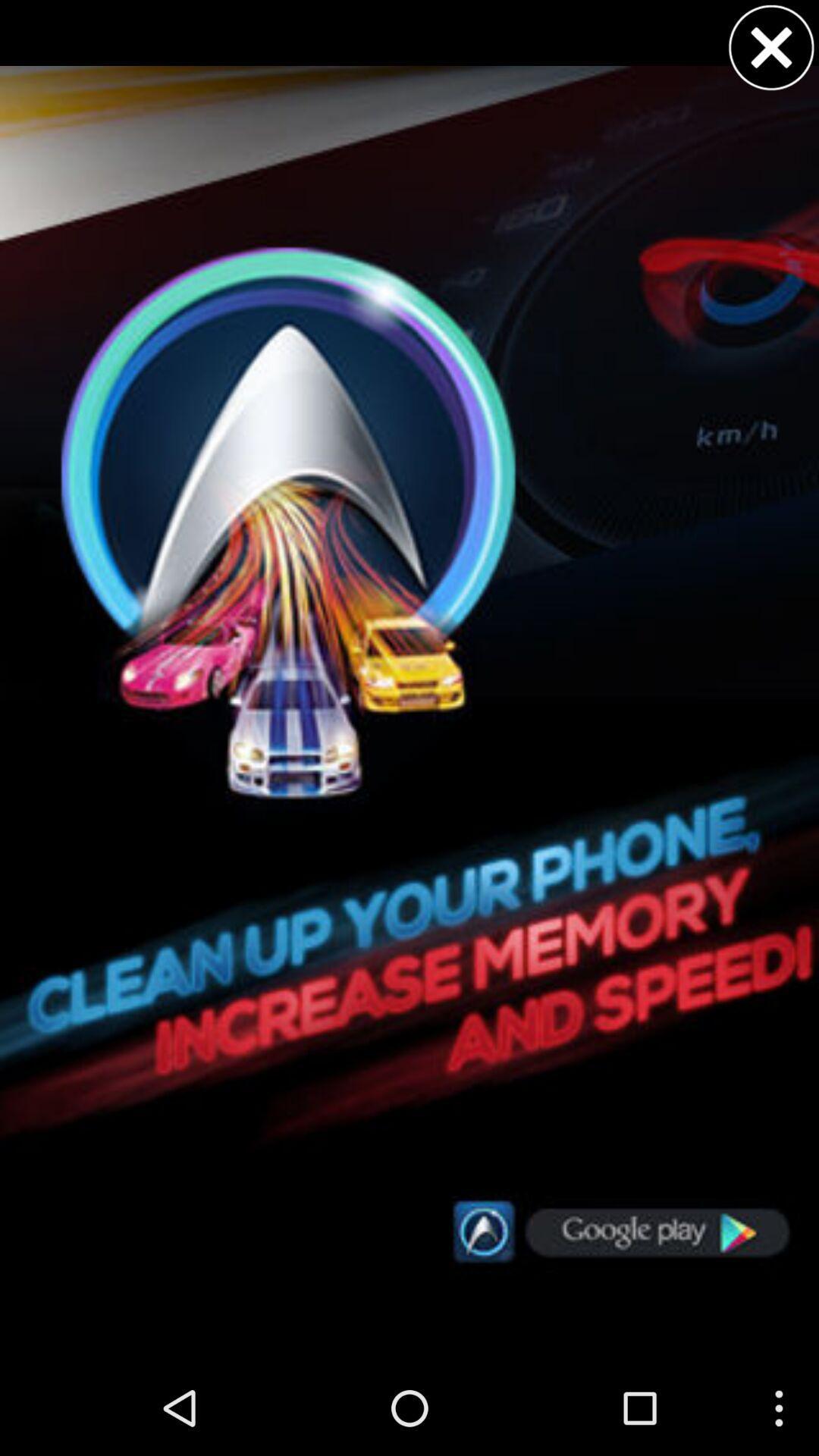 This screenshot has height=1456, width=819. What do you see at coordinates (771, 47) in the screenshot?
I see `the icon at the top right corner` at bounding box center [771, 47].